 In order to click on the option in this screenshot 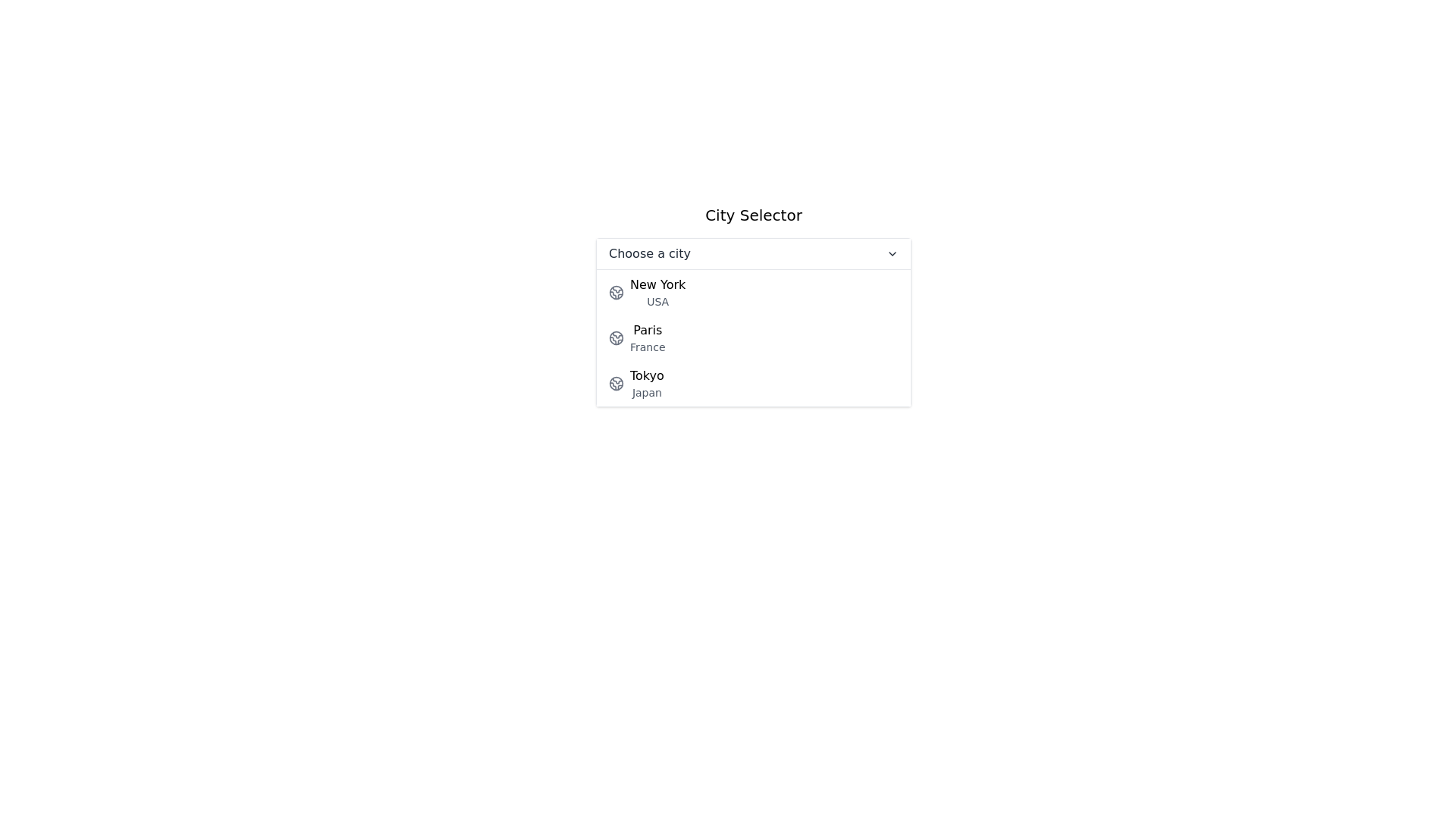, I will do `click(753, 382)`.